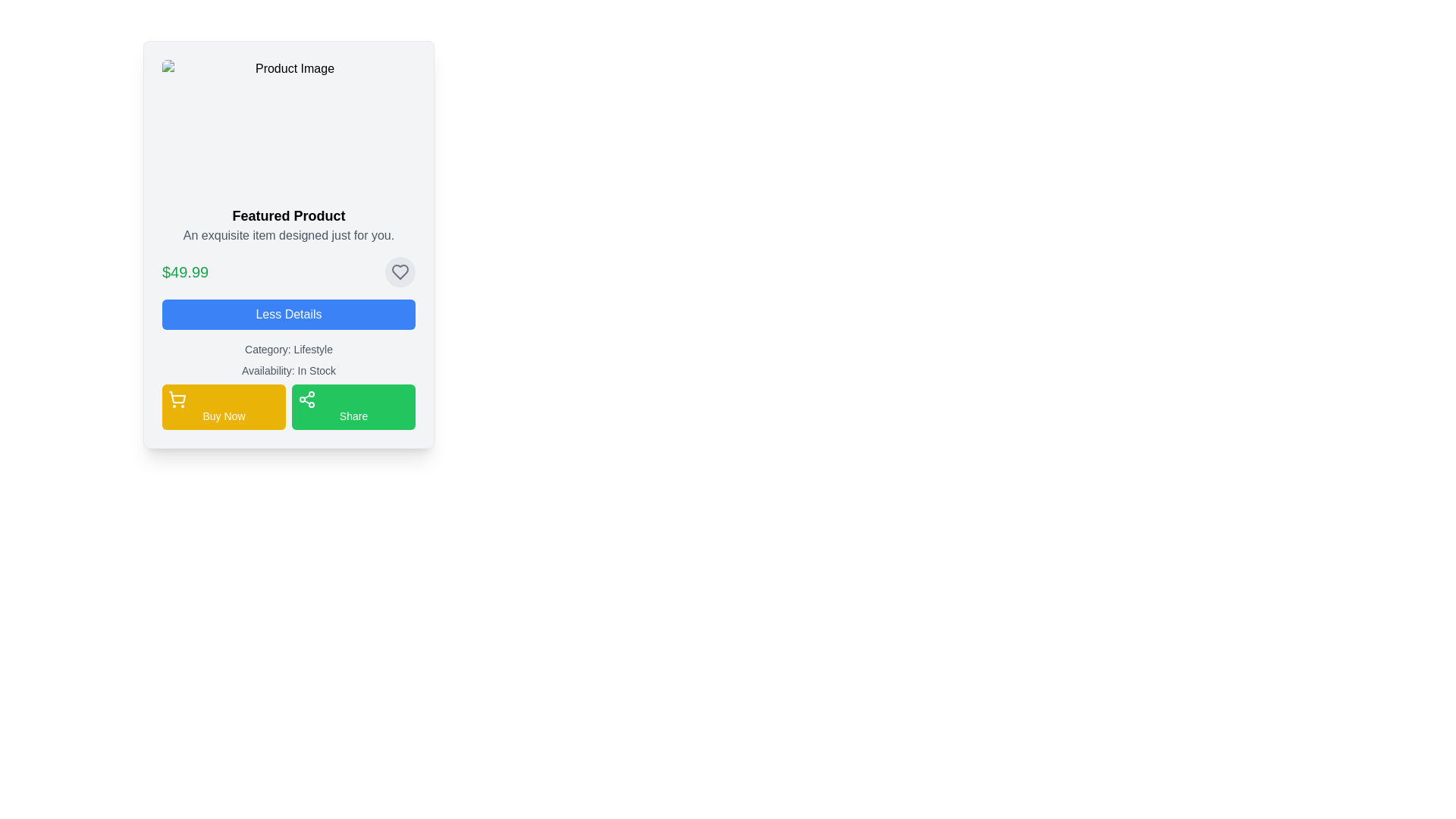  What do you see at coordinates (400, 271) in the screenshot?
I see `the favorite button located to the right of the price label '$49.99'` at bounding box center [400, 271].